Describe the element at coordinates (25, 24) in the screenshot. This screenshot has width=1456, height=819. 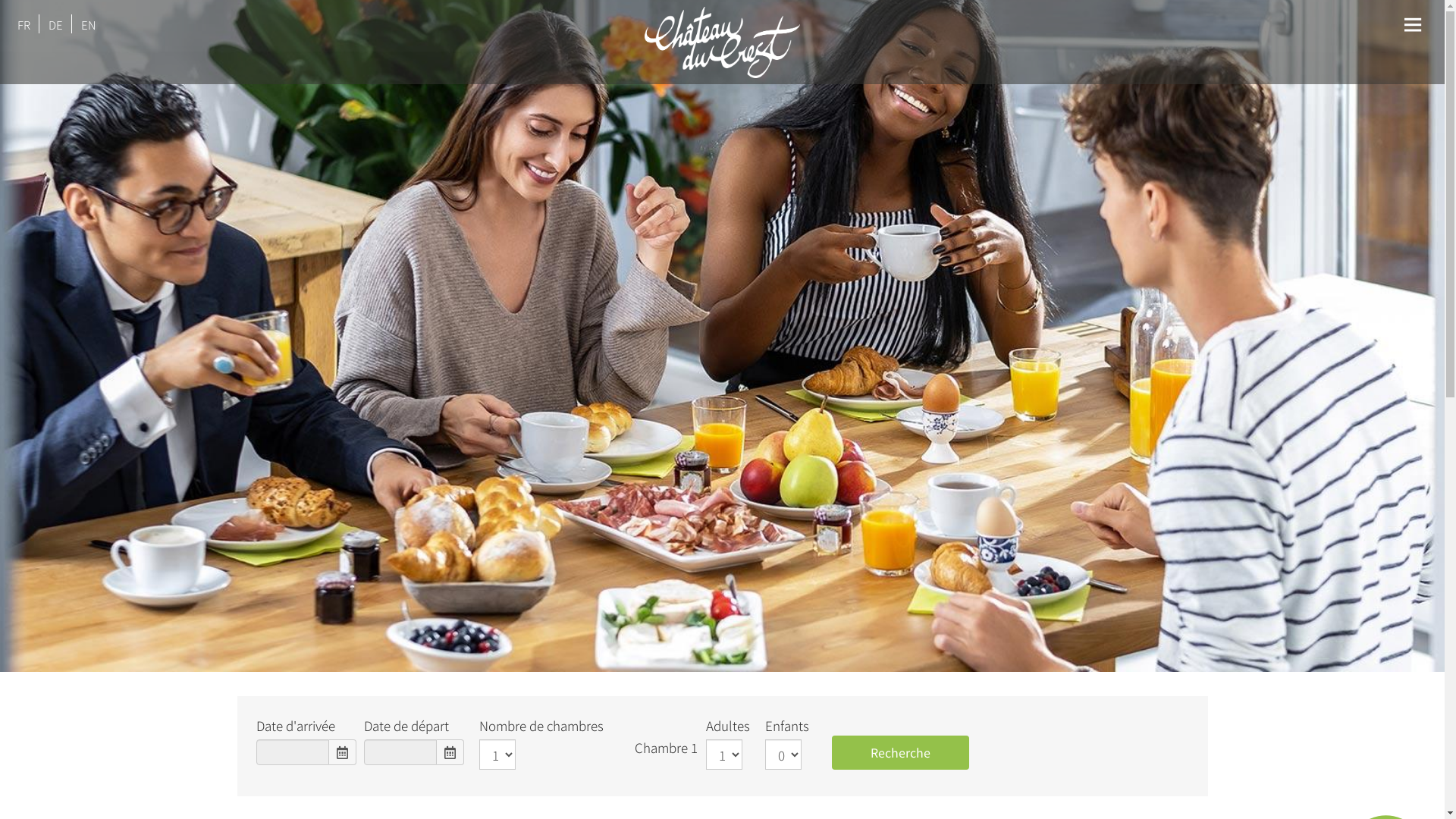
I see `'FR'` at that location.